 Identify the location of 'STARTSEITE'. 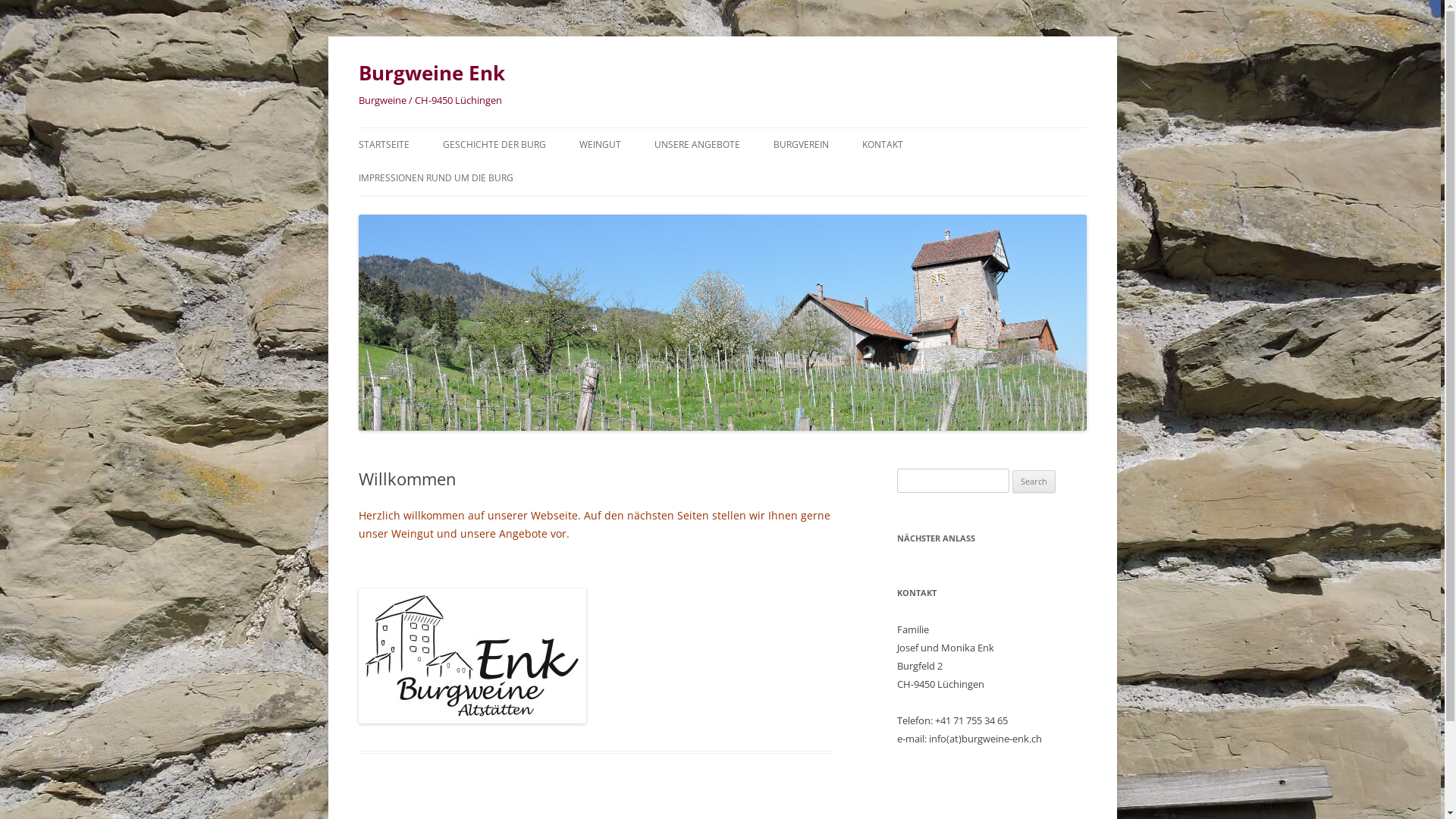
(383, 145).